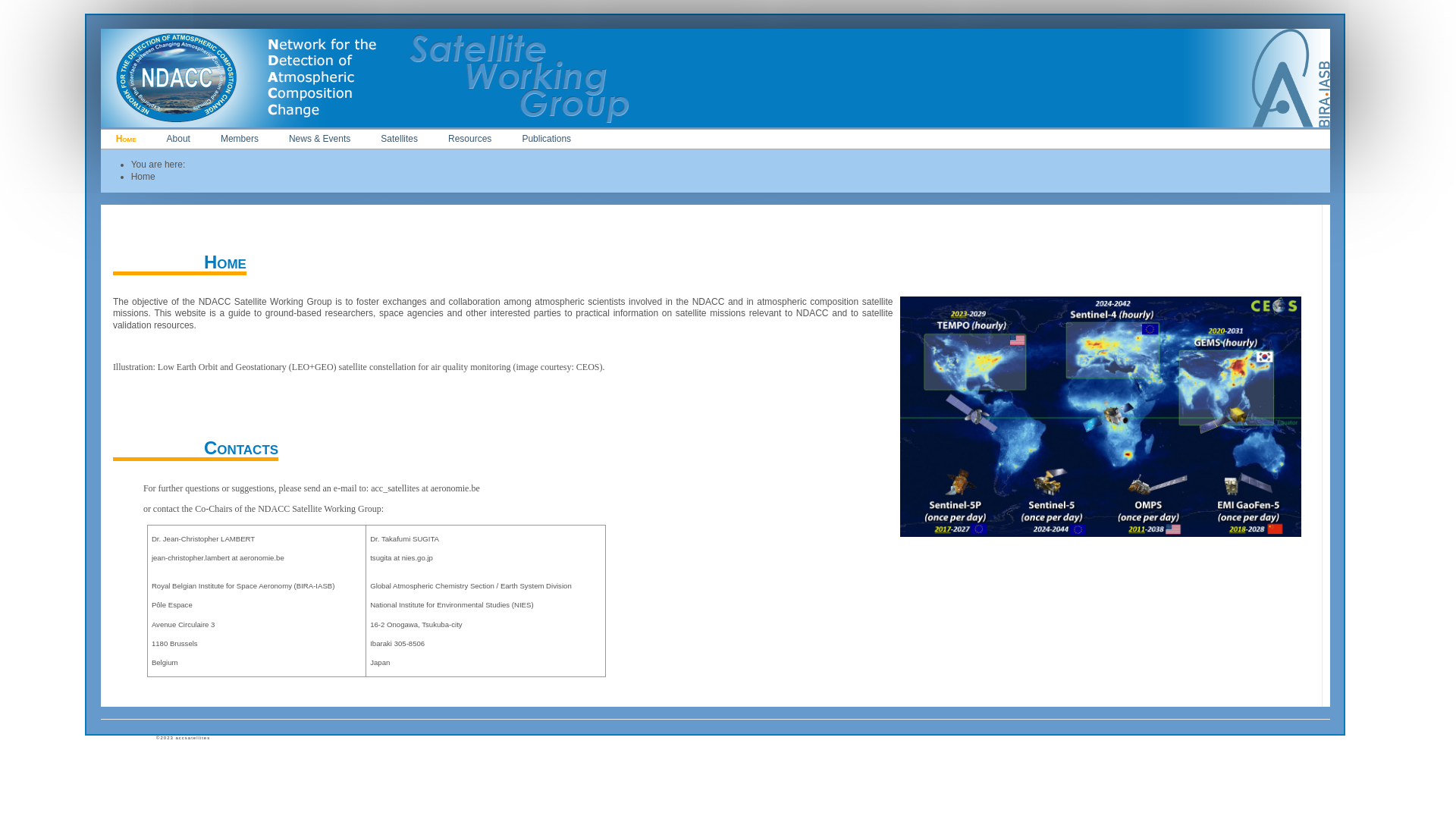 This screenshot has height=819, width=1456. I want to click on 'News & Events', so click(273, 138).